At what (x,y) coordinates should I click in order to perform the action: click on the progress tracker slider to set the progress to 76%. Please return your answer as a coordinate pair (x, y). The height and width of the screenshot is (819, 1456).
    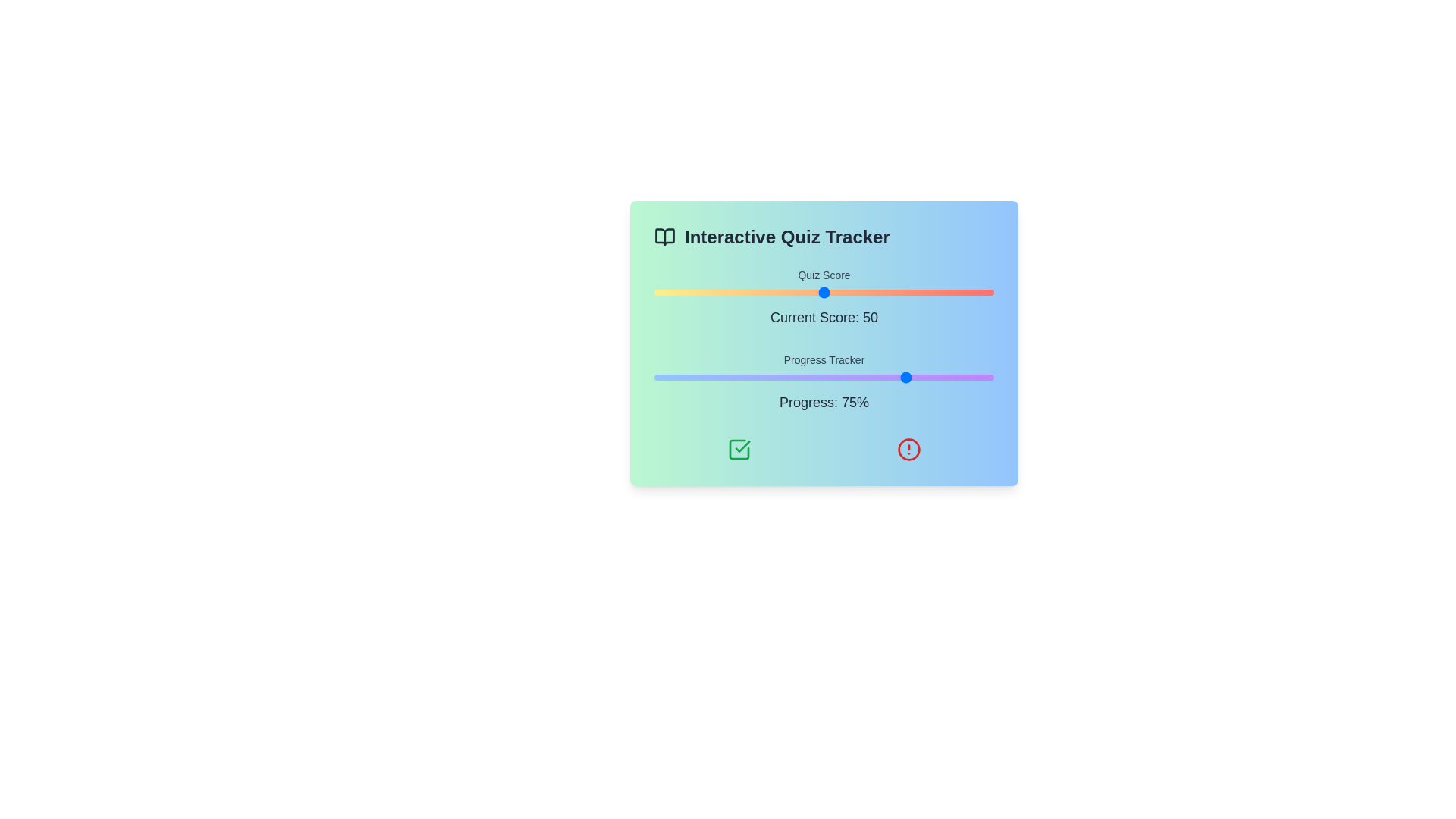
    Looking at the image, I should click on (912, 376).